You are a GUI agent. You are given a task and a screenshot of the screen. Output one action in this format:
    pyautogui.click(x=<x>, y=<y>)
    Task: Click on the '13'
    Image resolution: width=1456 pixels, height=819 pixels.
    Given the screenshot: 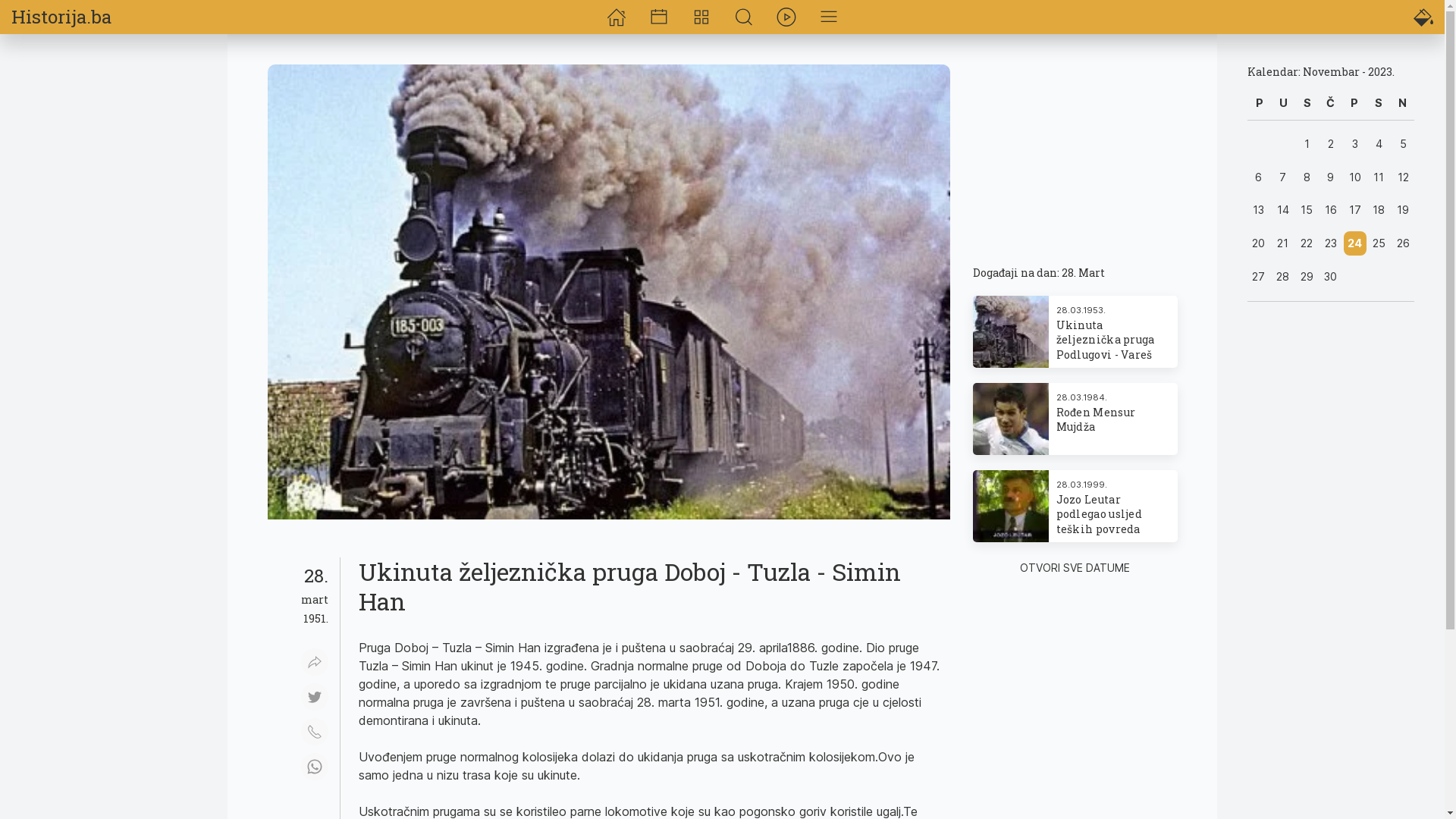 What is the action you would take?
    pyautogui.click(x=1259, y=210)
    